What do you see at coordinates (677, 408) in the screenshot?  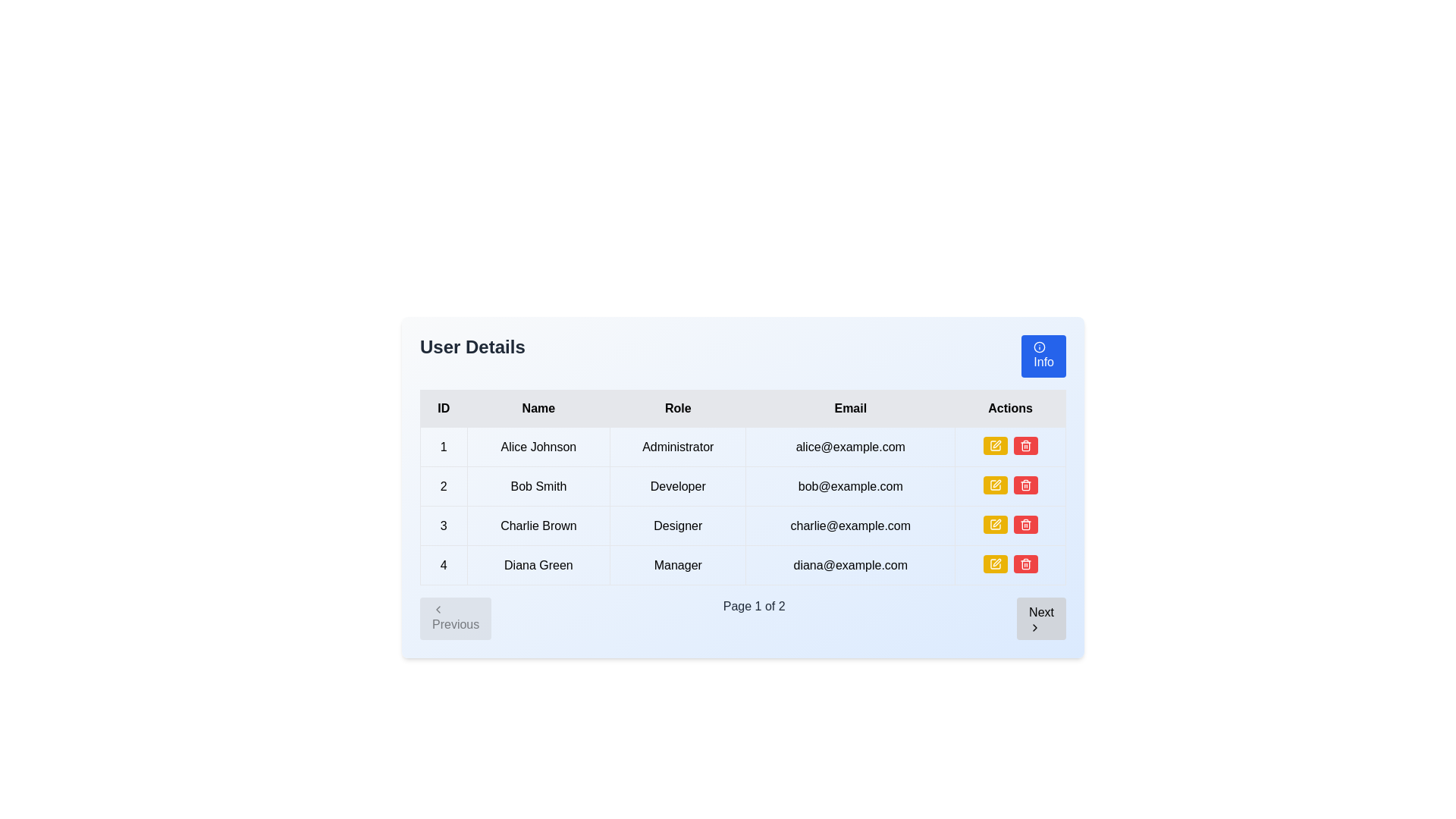 I see `the 'Role' column header in the table, which indicates the data underneath corresponds to user roles` at bounding box center [677, 408].